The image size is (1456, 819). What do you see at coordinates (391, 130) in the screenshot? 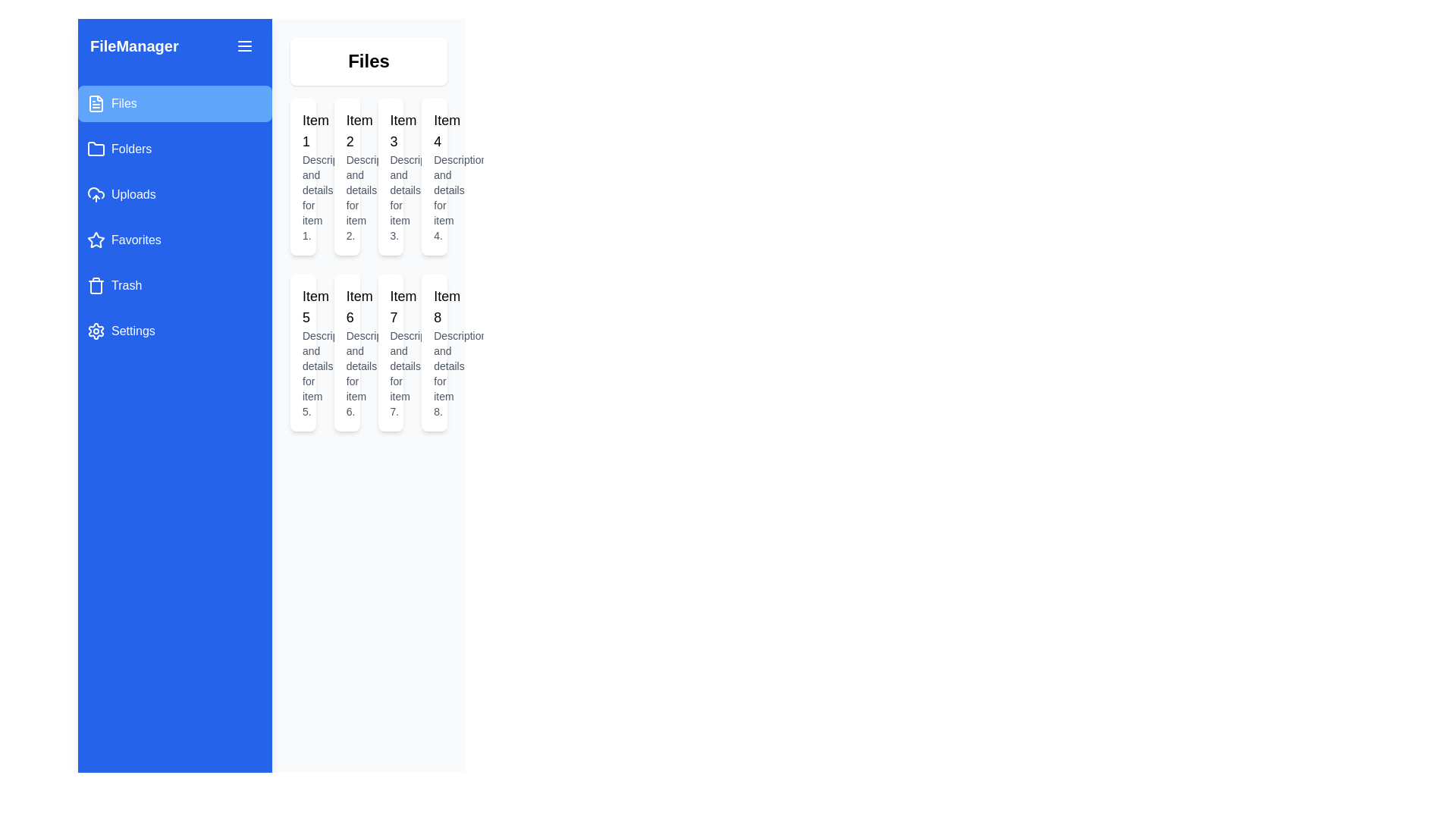
I see `text label 'Item 3' located prominently at the top of the second column card in the grid layout` at bounding box center [391, 130].